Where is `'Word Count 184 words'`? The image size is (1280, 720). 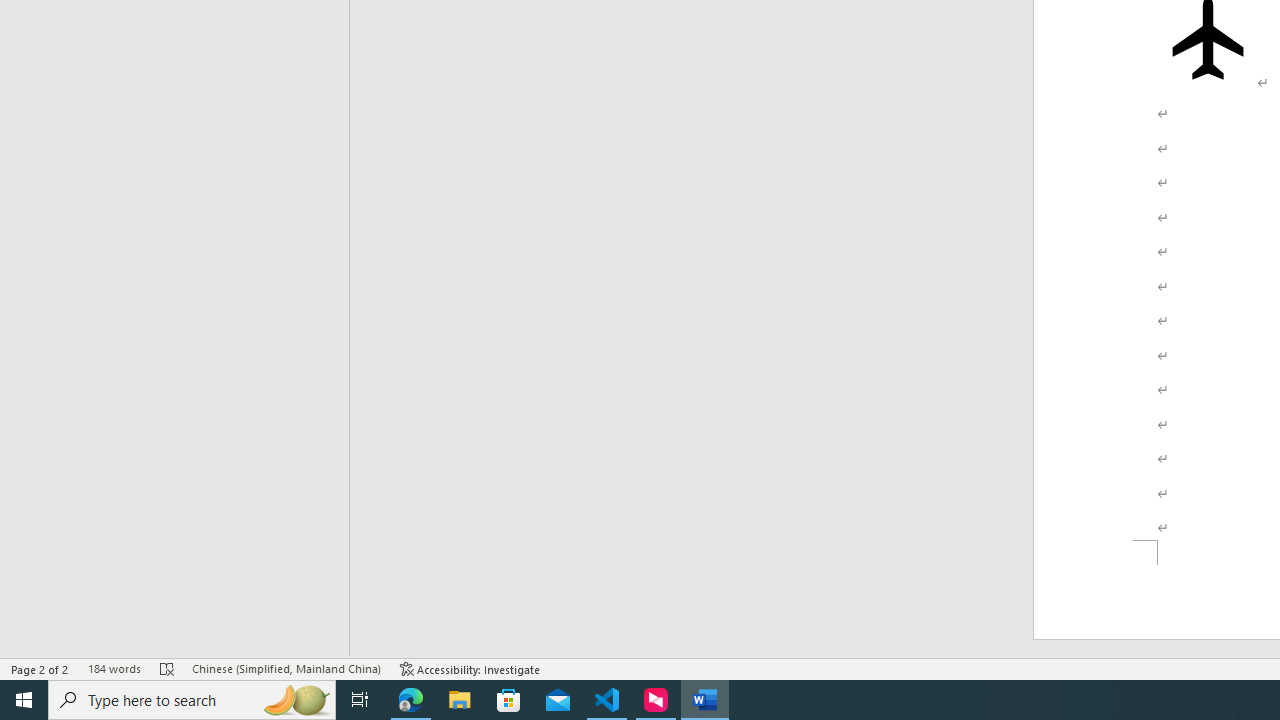 'Word Count 184 words' is located at coordinates (112, 669).